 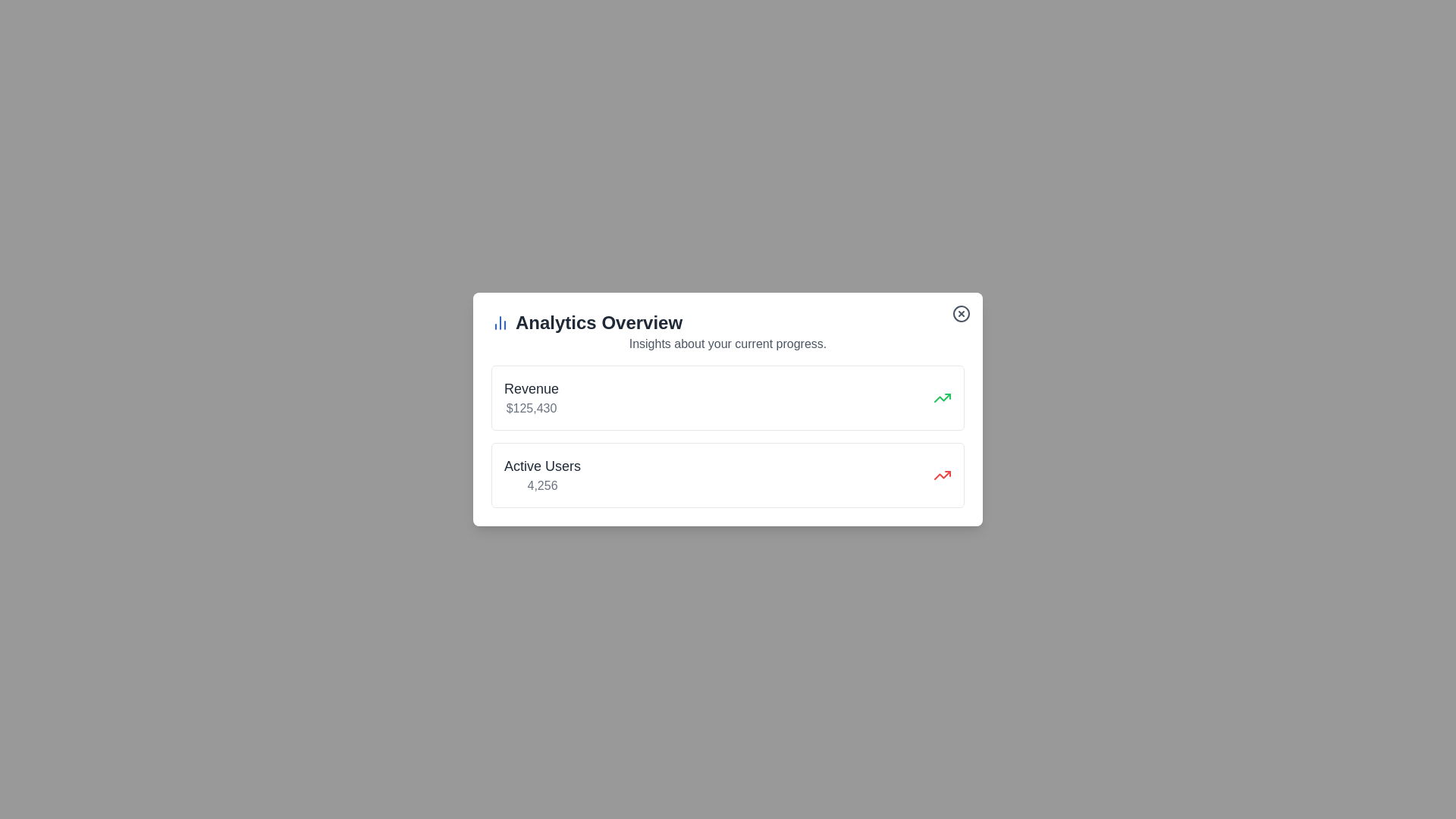 What do you see at coordinates (542, 485) in the screenshot?
I see `the light gray text label displaying the number '4,256' located below the 'Active Users' label in the 'Analytics Overview' section` at bounding box center [542, 485].